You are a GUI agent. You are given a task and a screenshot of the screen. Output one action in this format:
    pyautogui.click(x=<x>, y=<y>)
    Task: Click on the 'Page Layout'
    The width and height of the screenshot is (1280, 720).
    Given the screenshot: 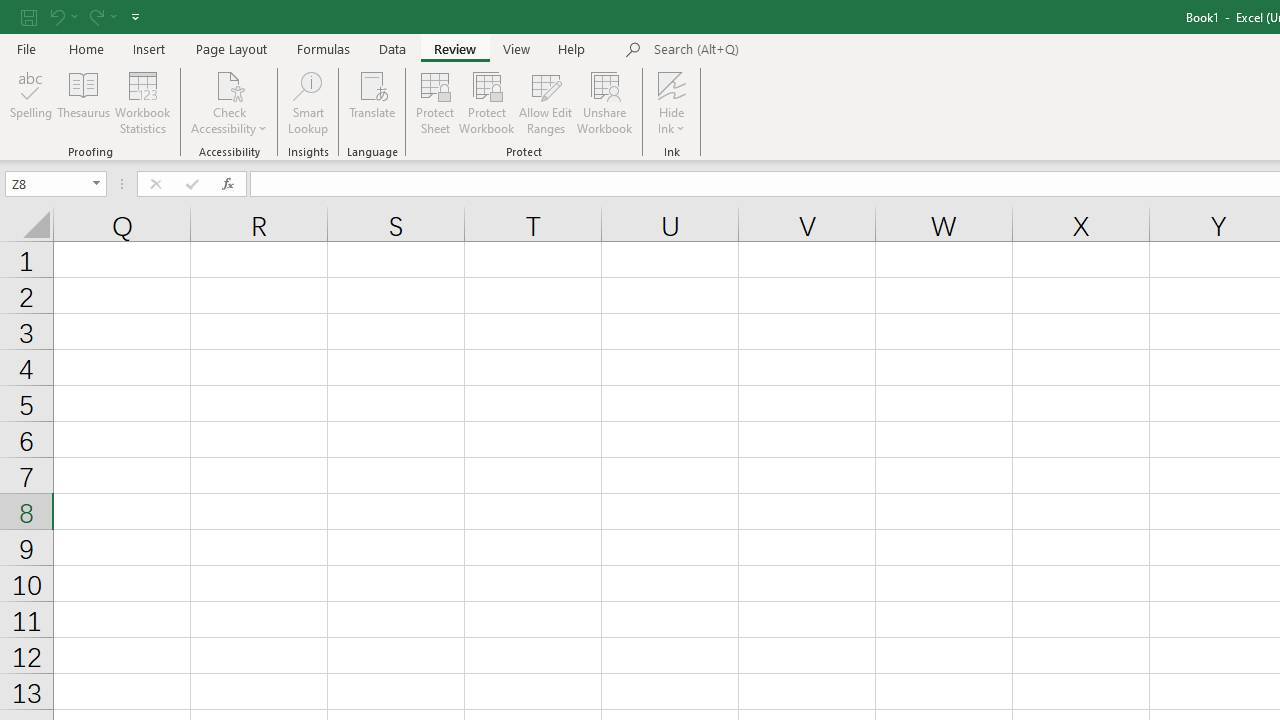 What is the action you would take?
    pyautogui.click(x=231, y=48)
    